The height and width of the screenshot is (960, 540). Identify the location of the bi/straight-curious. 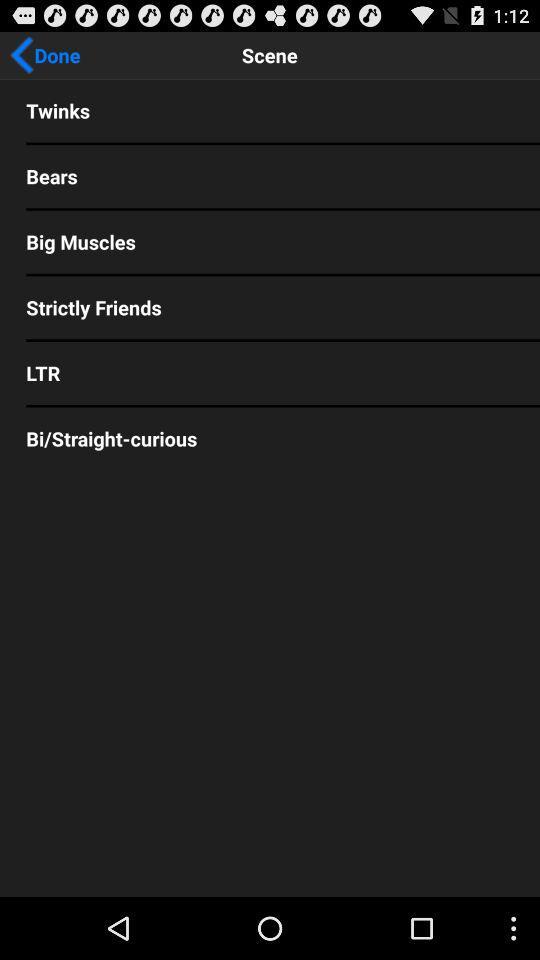
(270, 438).